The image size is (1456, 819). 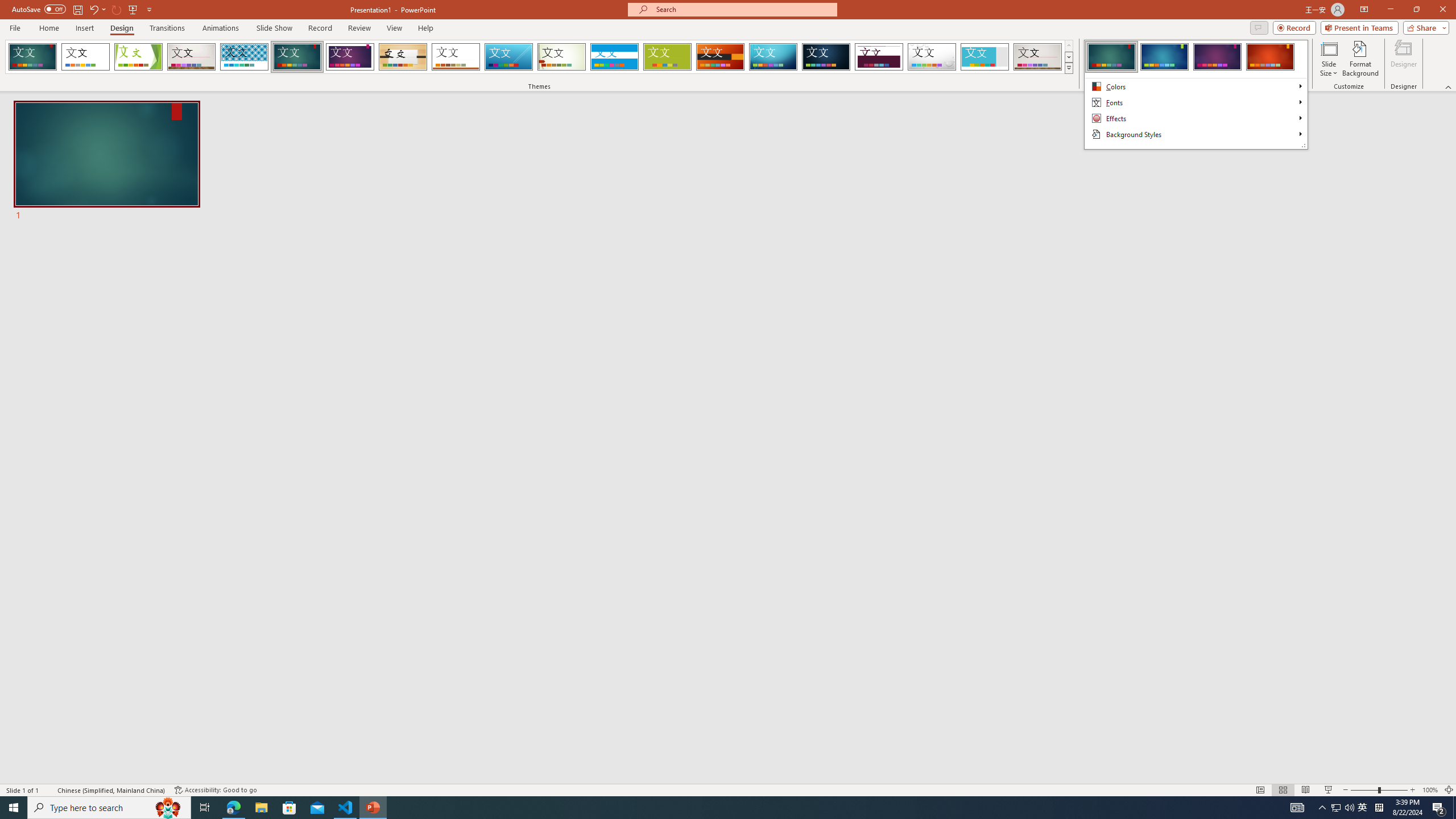 I want to click on 'Dividend Loading Preview...', so click(x=879, y=56).